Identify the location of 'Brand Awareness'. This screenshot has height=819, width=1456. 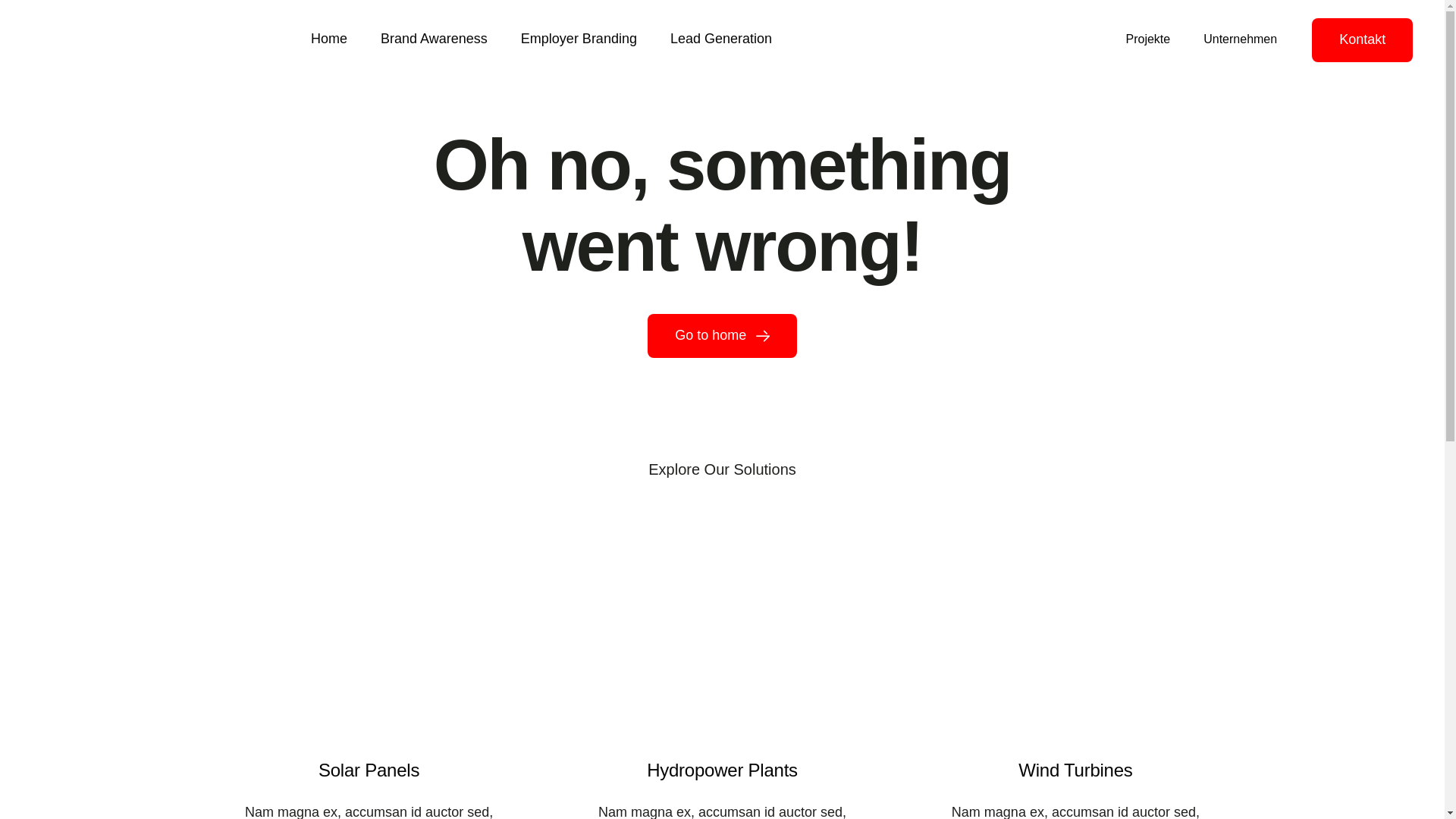
(433, 39).